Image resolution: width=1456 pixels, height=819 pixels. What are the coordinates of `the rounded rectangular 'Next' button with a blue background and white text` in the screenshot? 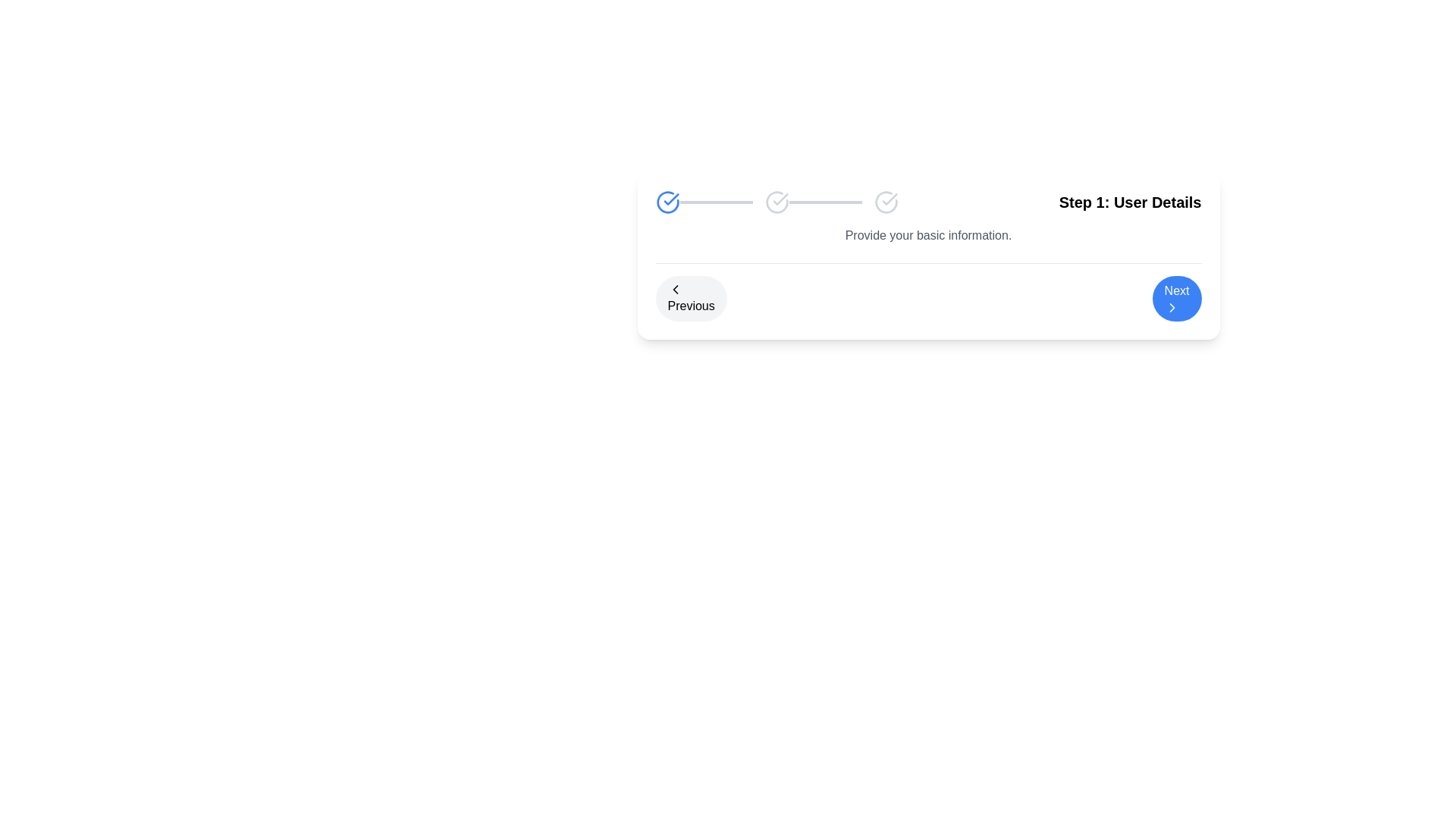 It's located at (1176, 298).